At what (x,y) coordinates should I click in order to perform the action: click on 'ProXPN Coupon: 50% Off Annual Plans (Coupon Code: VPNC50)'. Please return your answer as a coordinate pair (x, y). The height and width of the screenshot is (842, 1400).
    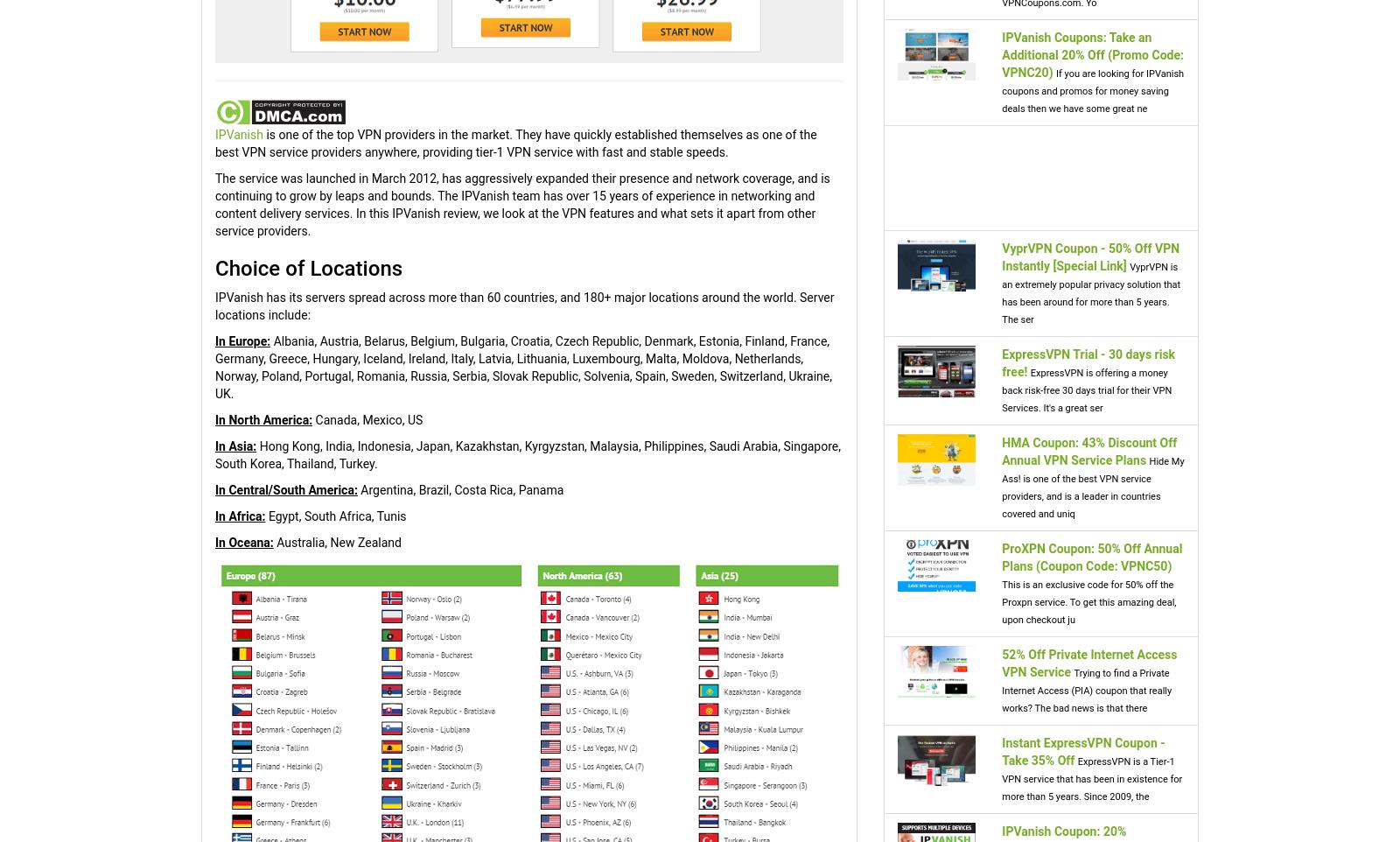
    Looking at the image, I should click on (1091, 556).